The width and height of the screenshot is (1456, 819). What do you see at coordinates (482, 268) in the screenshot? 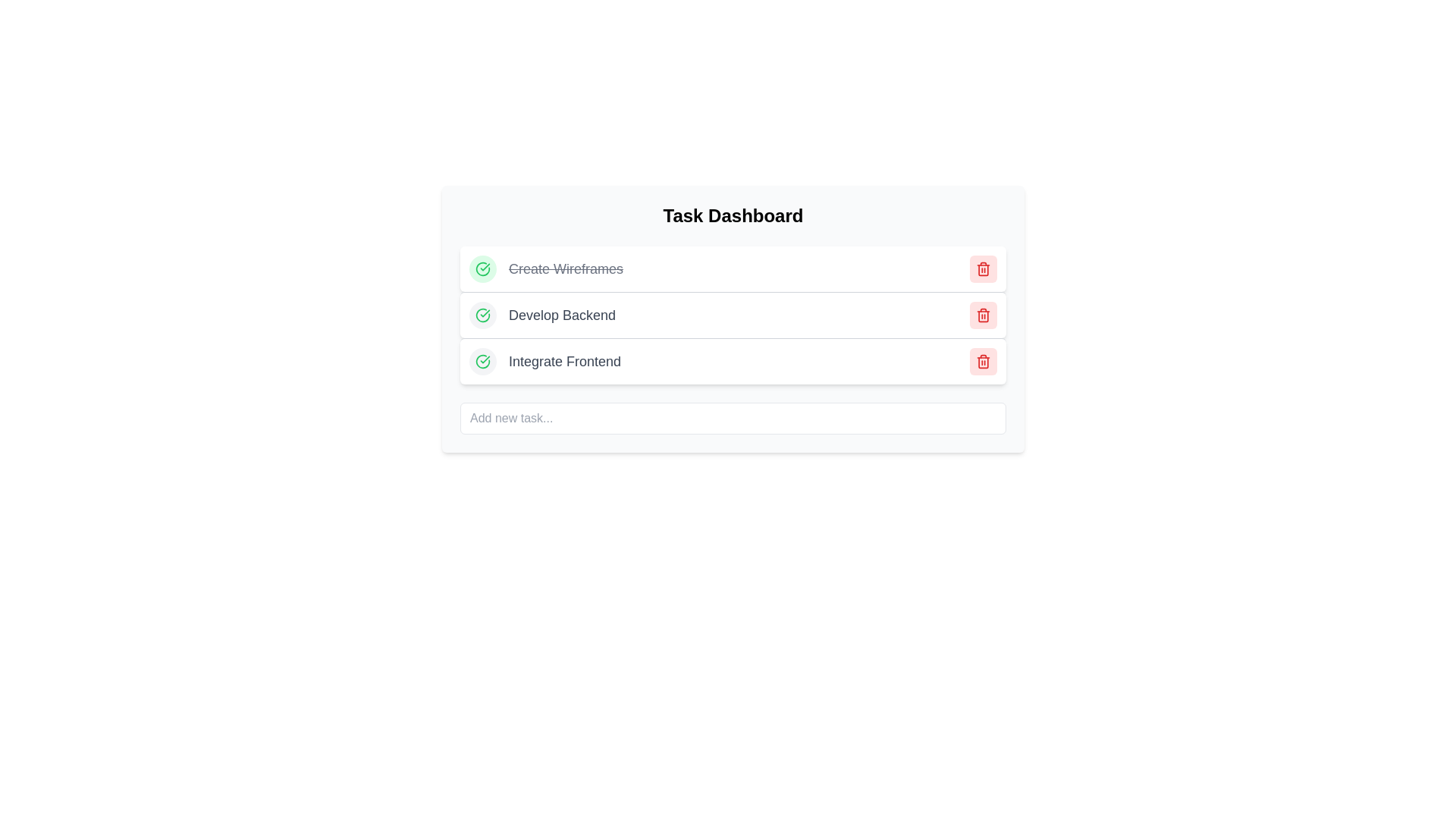
I see `the leftmost icon representing the completion status of the 'Create Wireframes' task` at bounding box center [482, 268].